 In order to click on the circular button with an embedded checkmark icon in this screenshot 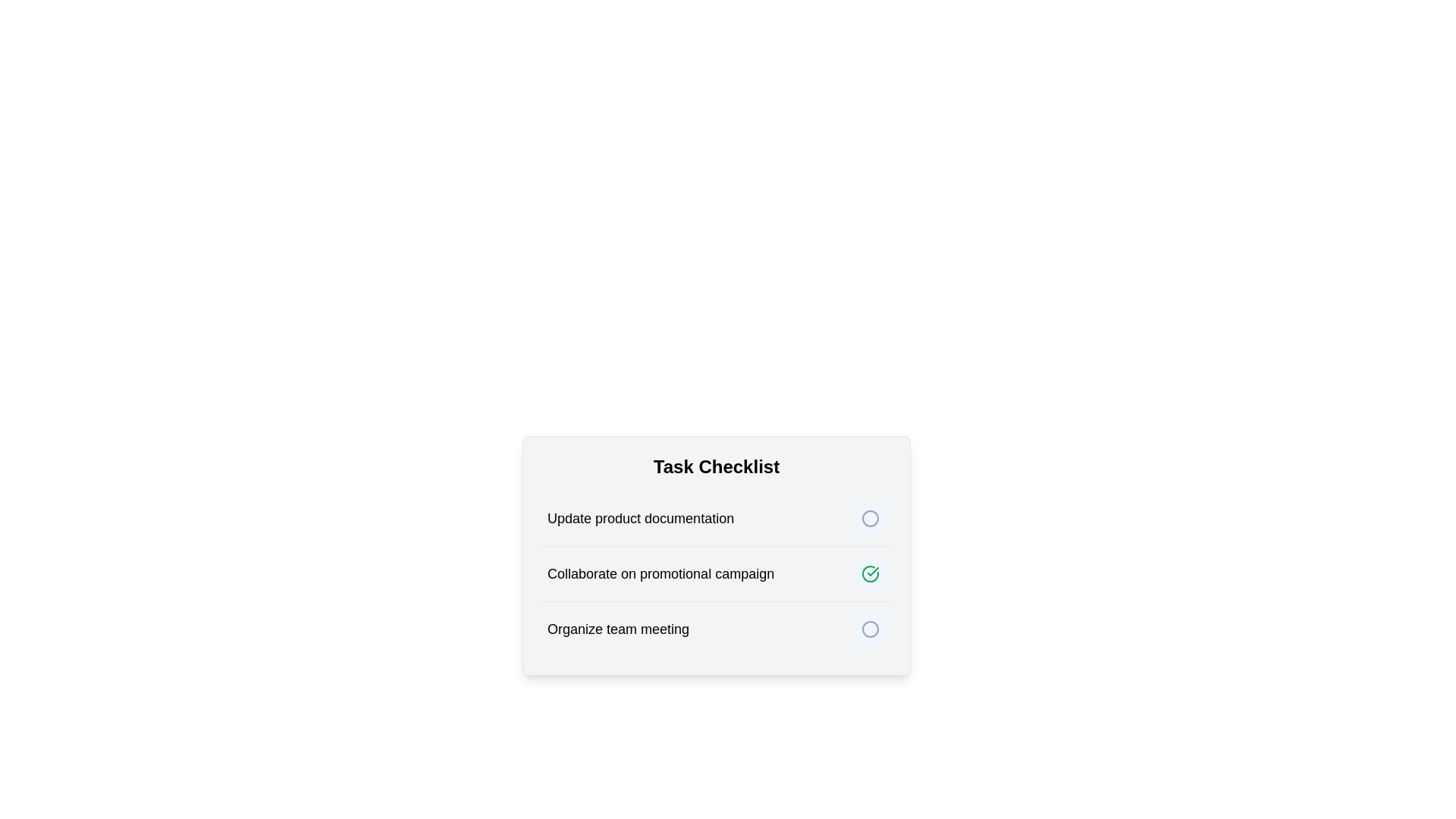, I will do `click(870, 573)`.